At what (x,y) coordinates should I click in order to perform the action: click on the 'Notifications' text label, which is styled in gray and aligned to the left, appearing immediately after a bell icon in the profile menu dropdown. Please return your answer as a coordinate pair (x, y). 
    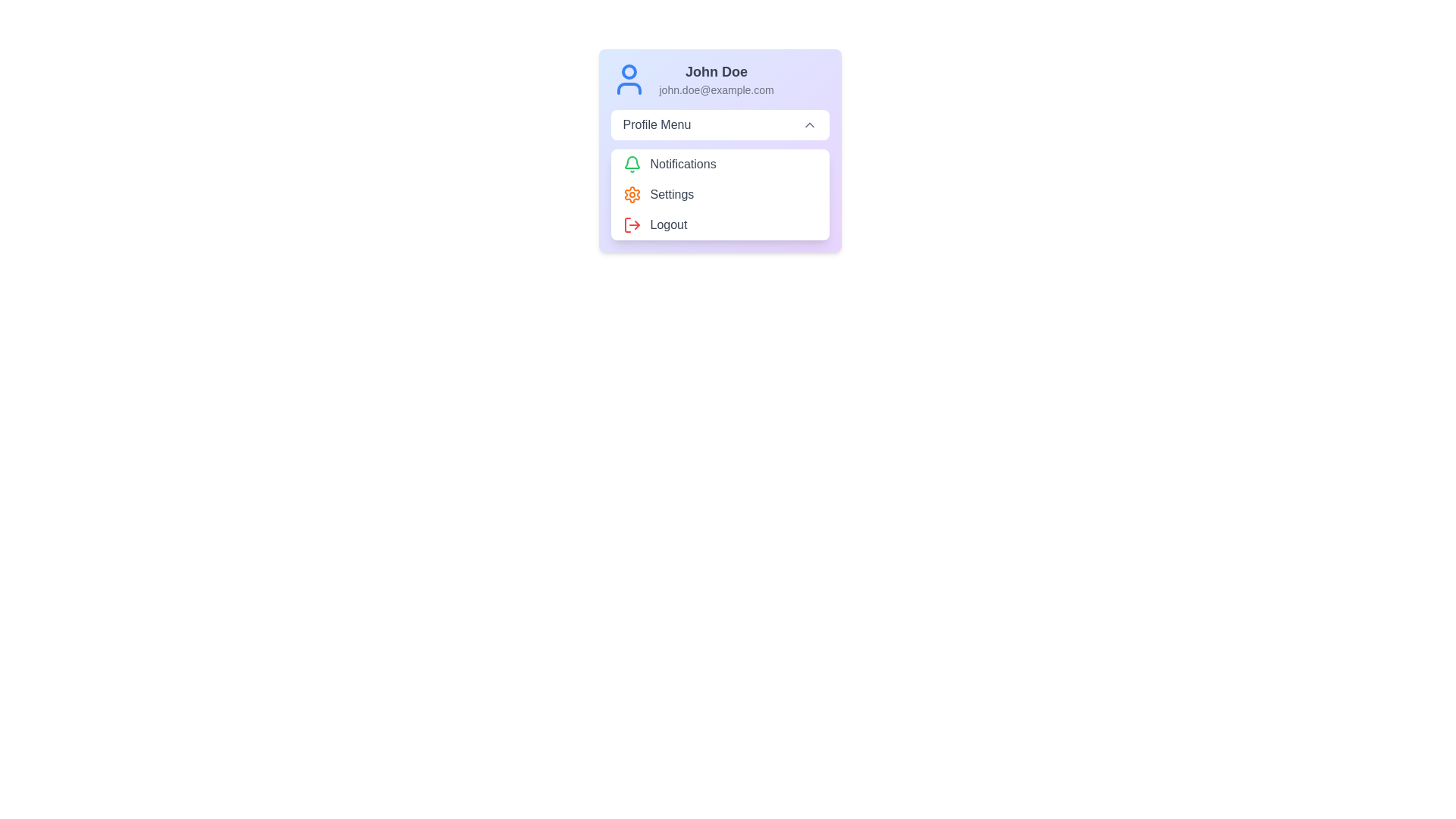
    Looking at the image, I should click on (682, 164).